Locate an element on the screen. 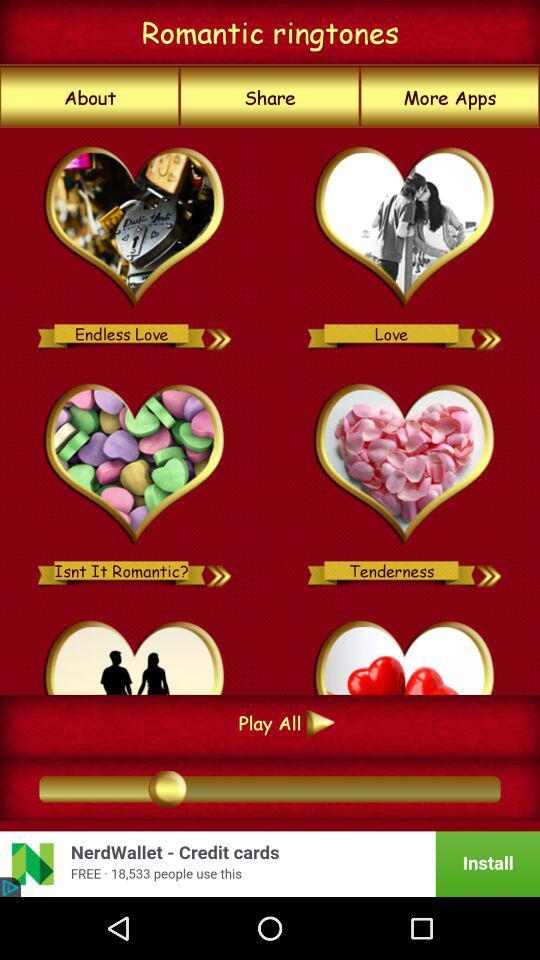 This screenshot has height=960, width=540. open page is located at coordinates (135, 228).